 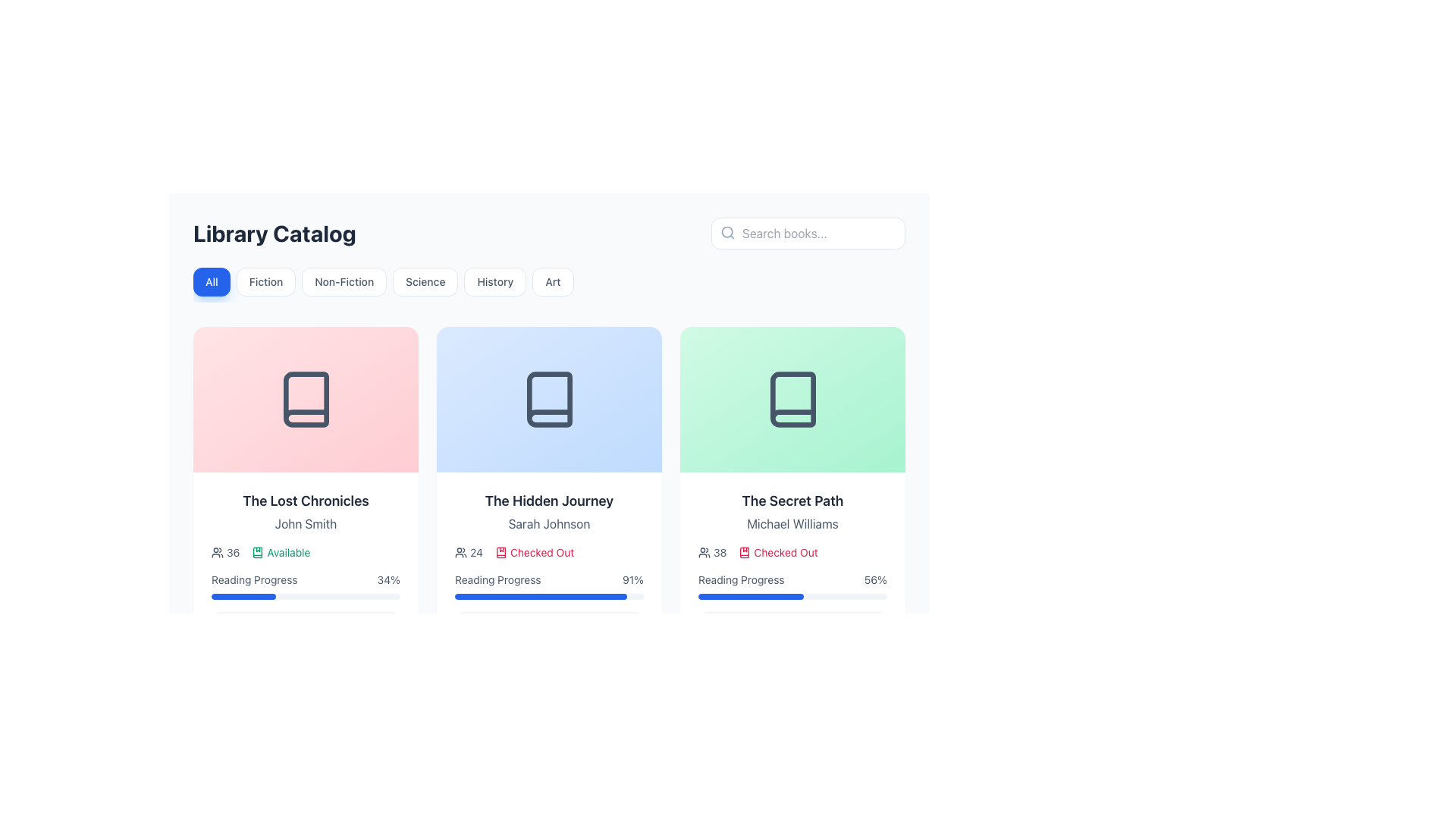 What do you see at coordinates (305, 494) in the screenshot?
I see `the Information Card displaying the book entry, which is the first card in the grid layout` at bounding box center [305, 494].